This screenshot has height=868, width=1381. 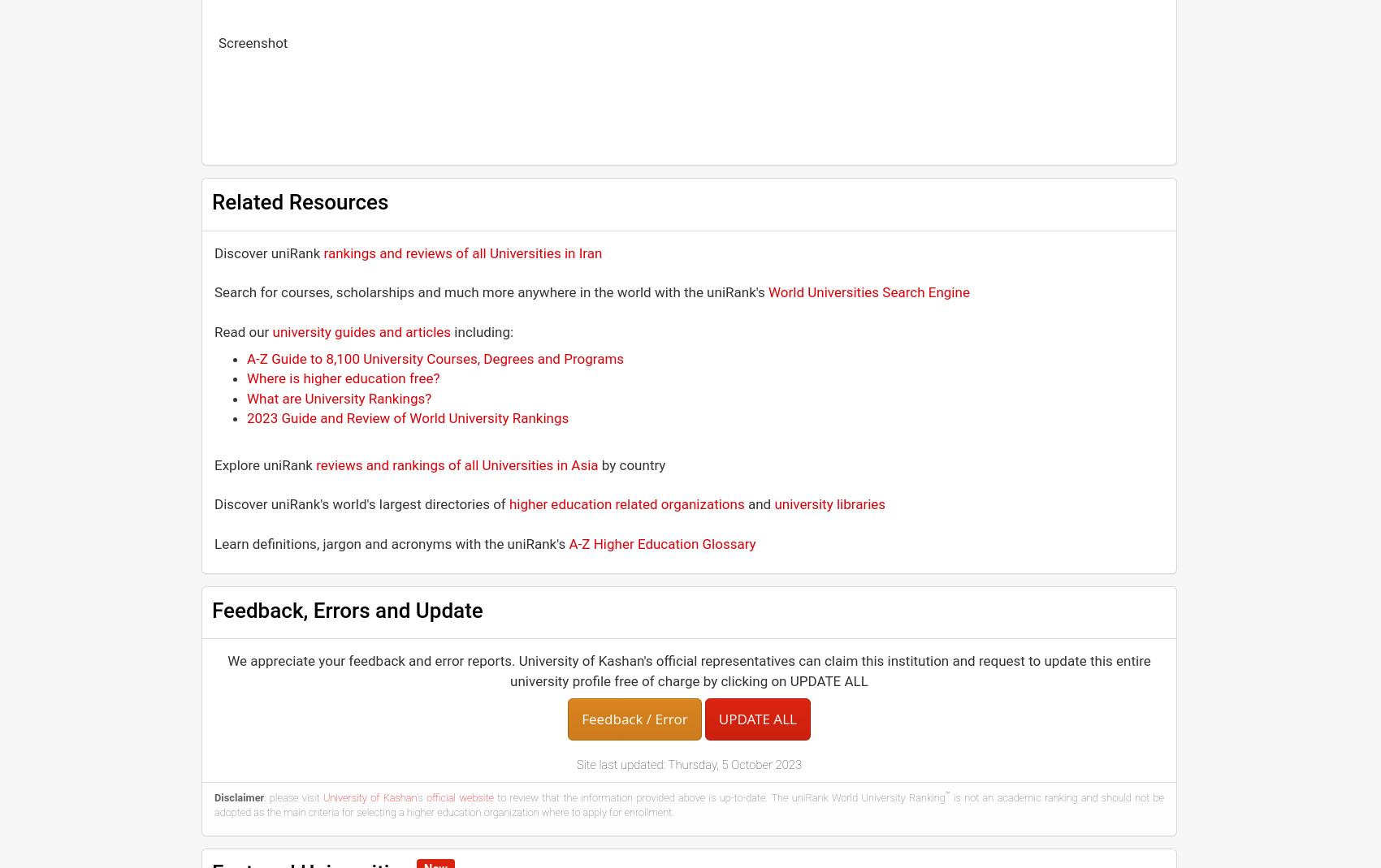 I want to click on 'Feedback / Error', so click(x=633, y=717).